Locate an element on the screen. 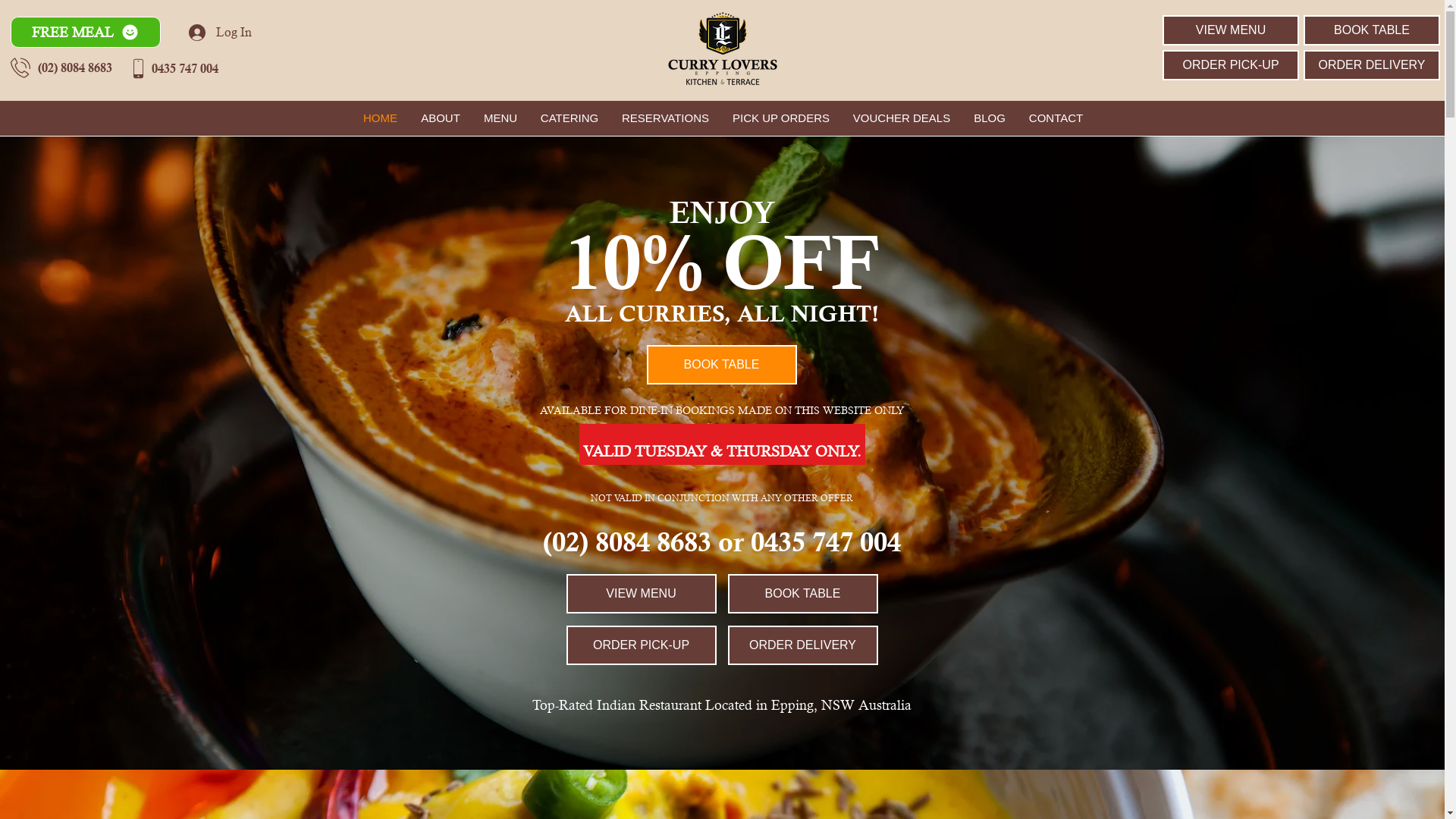  'CONTACT' is located at coordinates (1055, 117).